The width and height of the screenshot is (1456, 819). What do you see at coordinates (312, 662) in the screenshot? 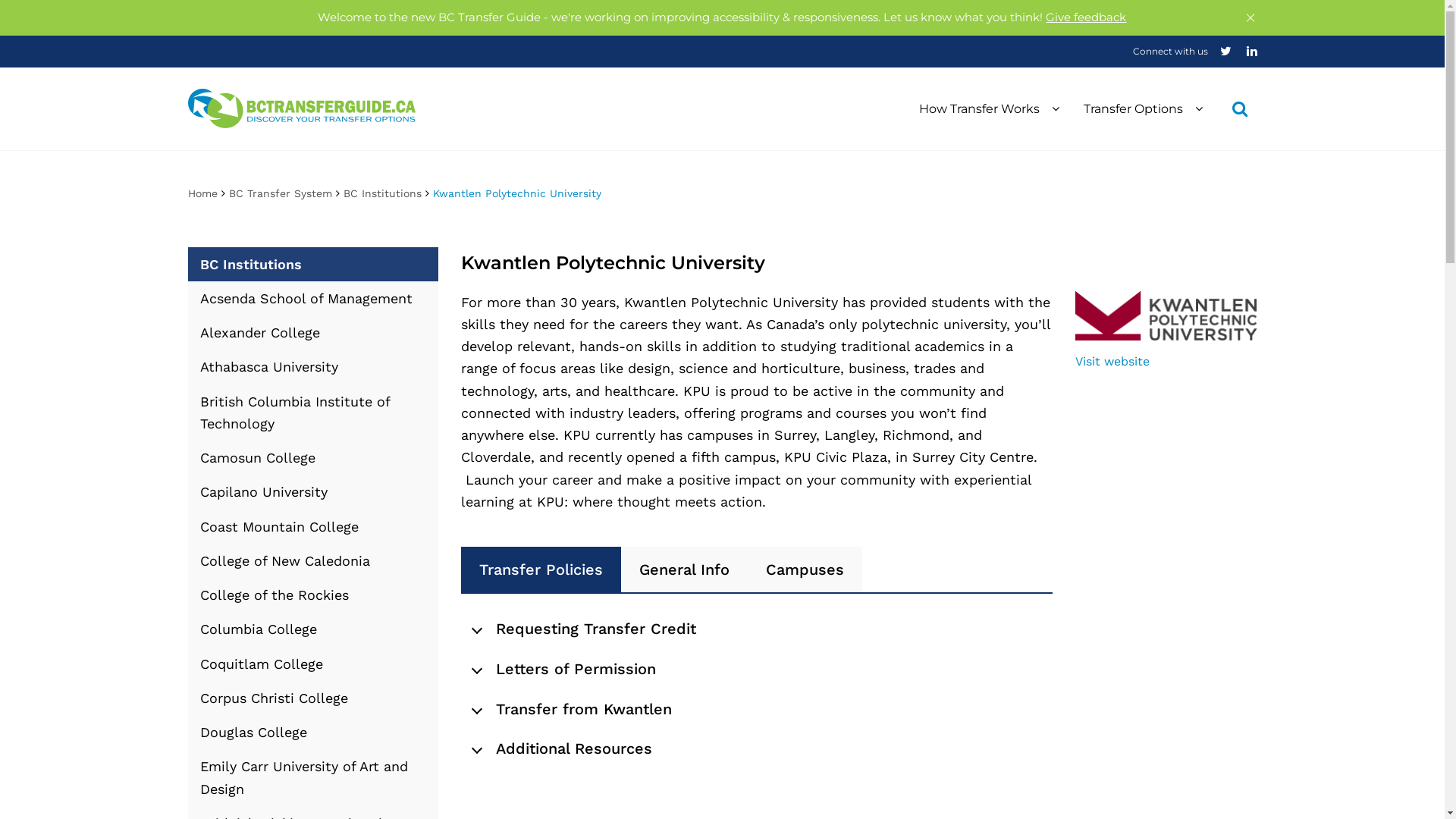
I see `'Coquitlam College'` at bounding box center [312, 662].